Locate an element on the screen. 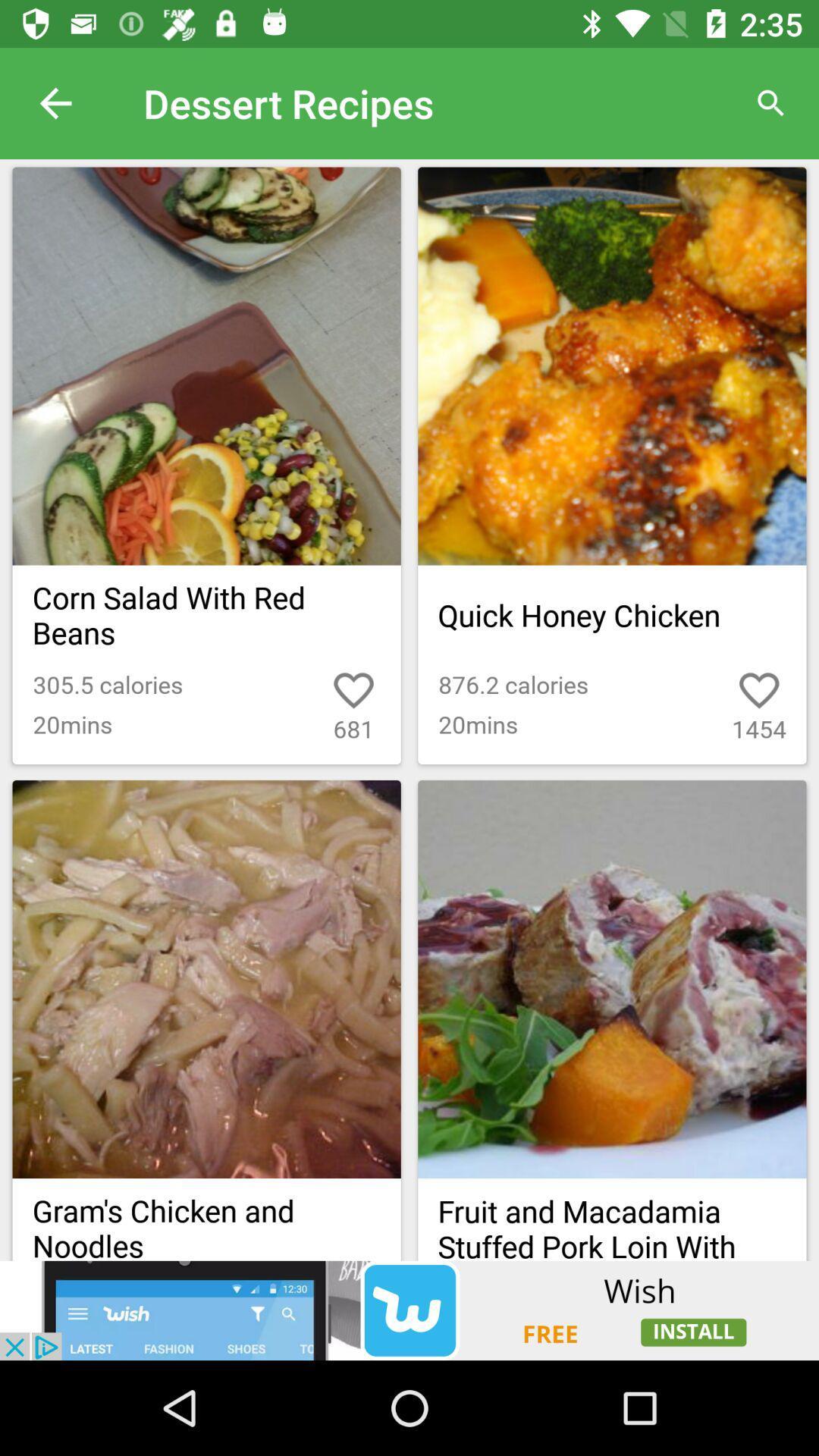 This screenshot has width=819, height=1456. the image below the search button on the web page is located at coordinates (611, 366).